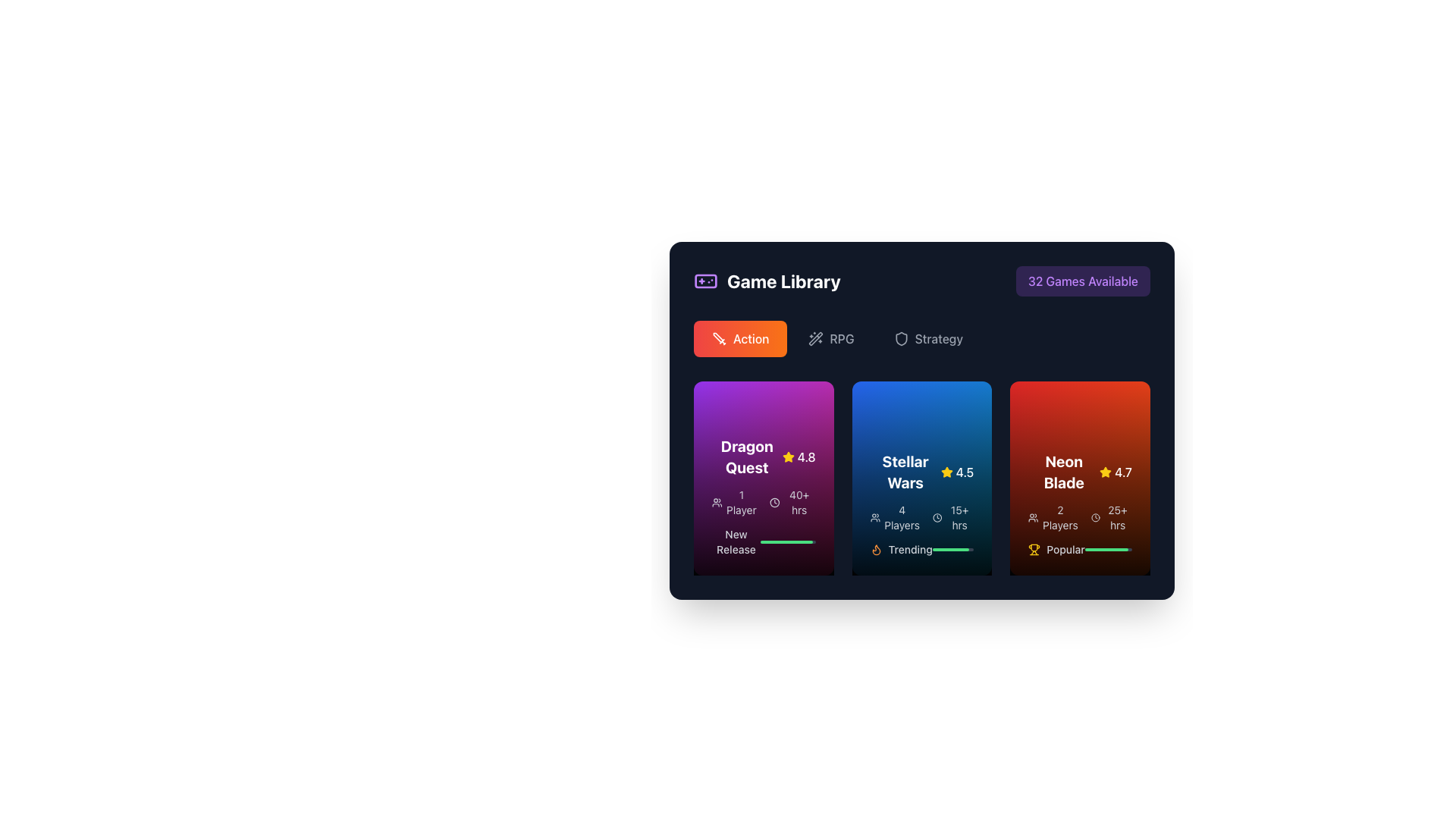  I want to click on the wand icon with sparkles, so click(815, 338).